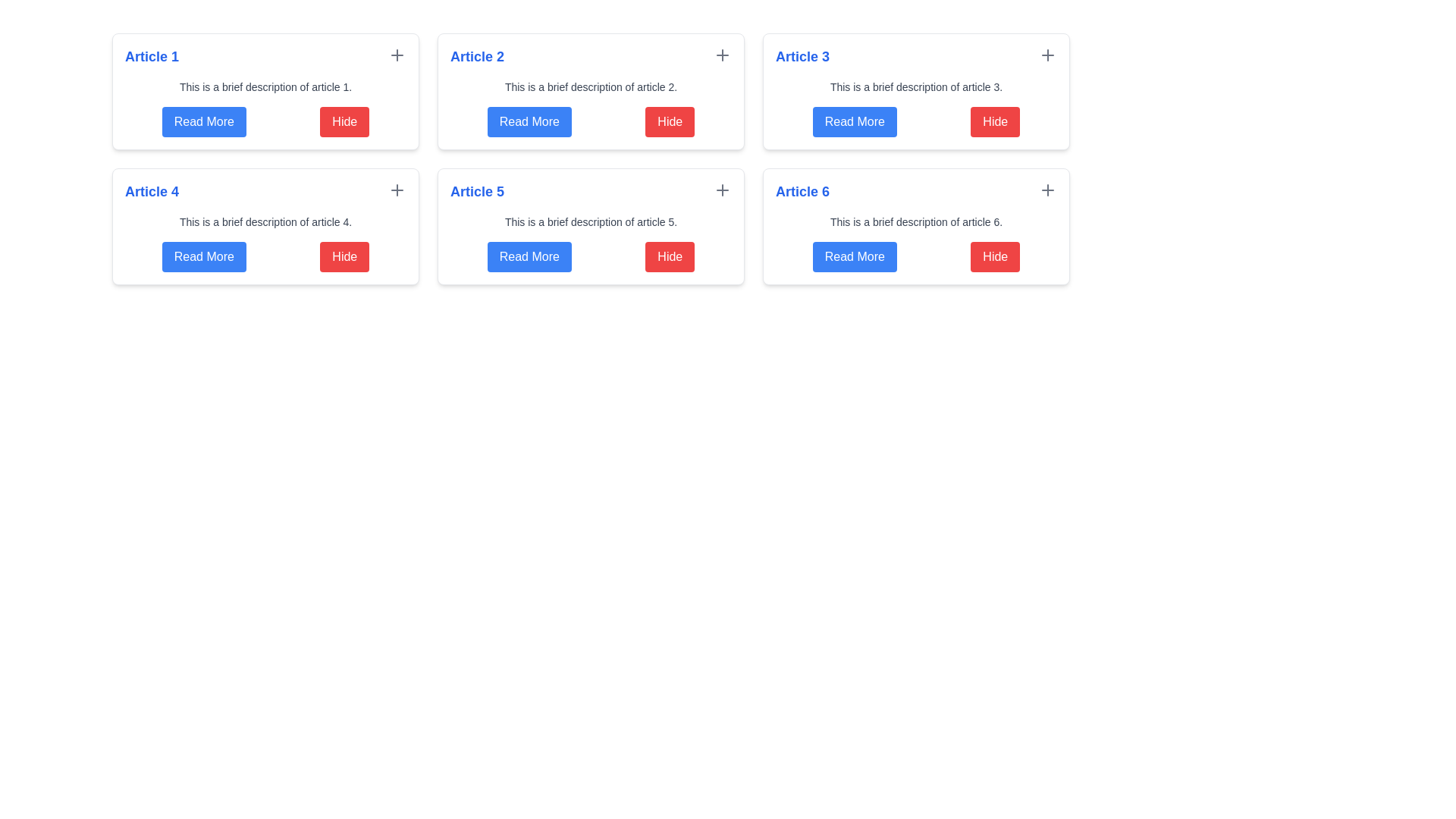 The image size is (1456, 819). Describe the element at coordinates (590, 256) in the screenshot. I see `the 'Read More' button located within the 'Article 5' card, which is a blue button positioned on the left side of the composite element containing interactive buttons` at that location.